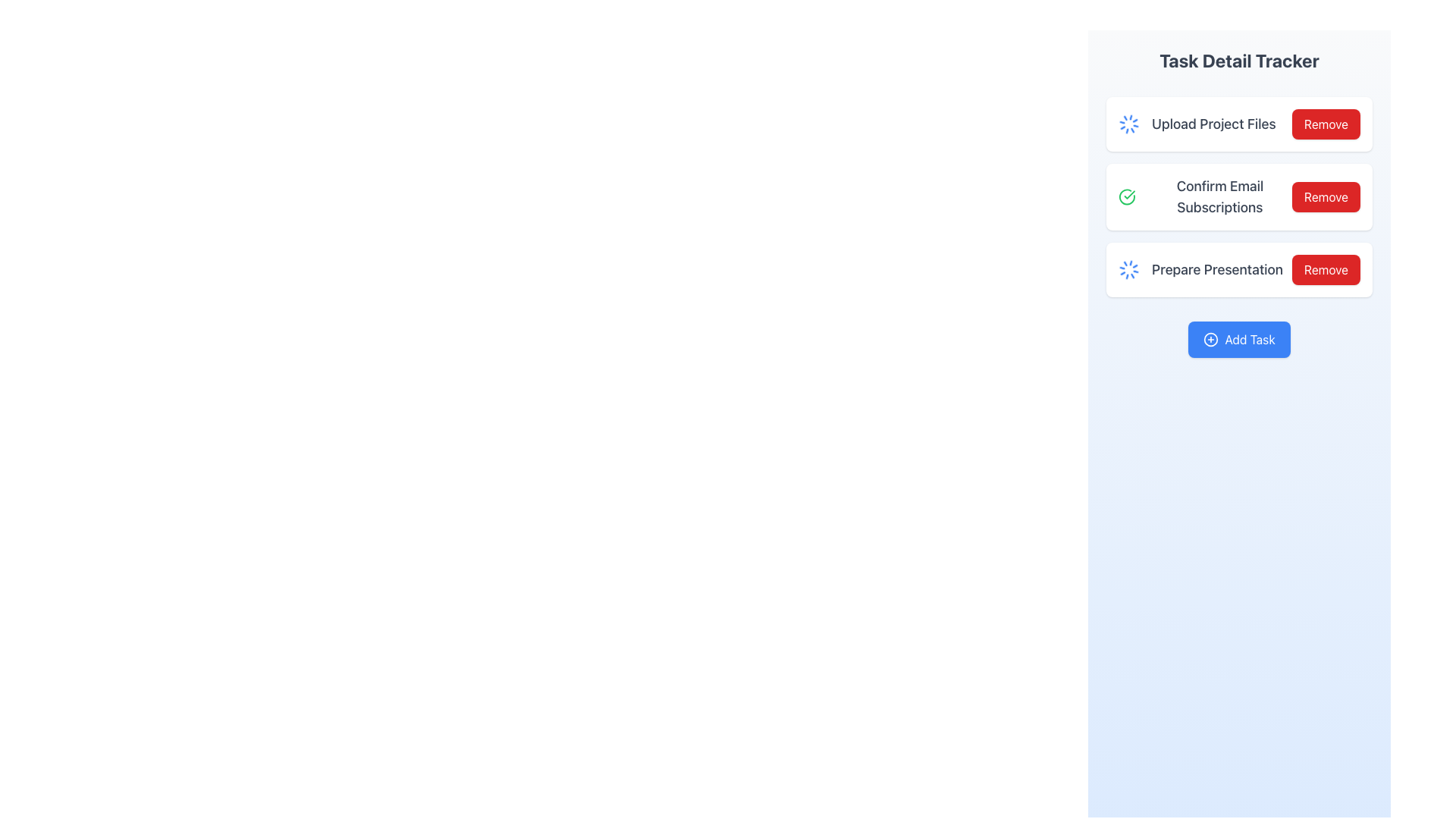  What do you see at coordinates (1325, 268) in the screenshot?
I see `the button located at the right end of the 'Prepare Presentation' task list item` at bounding box center [1325, 268].